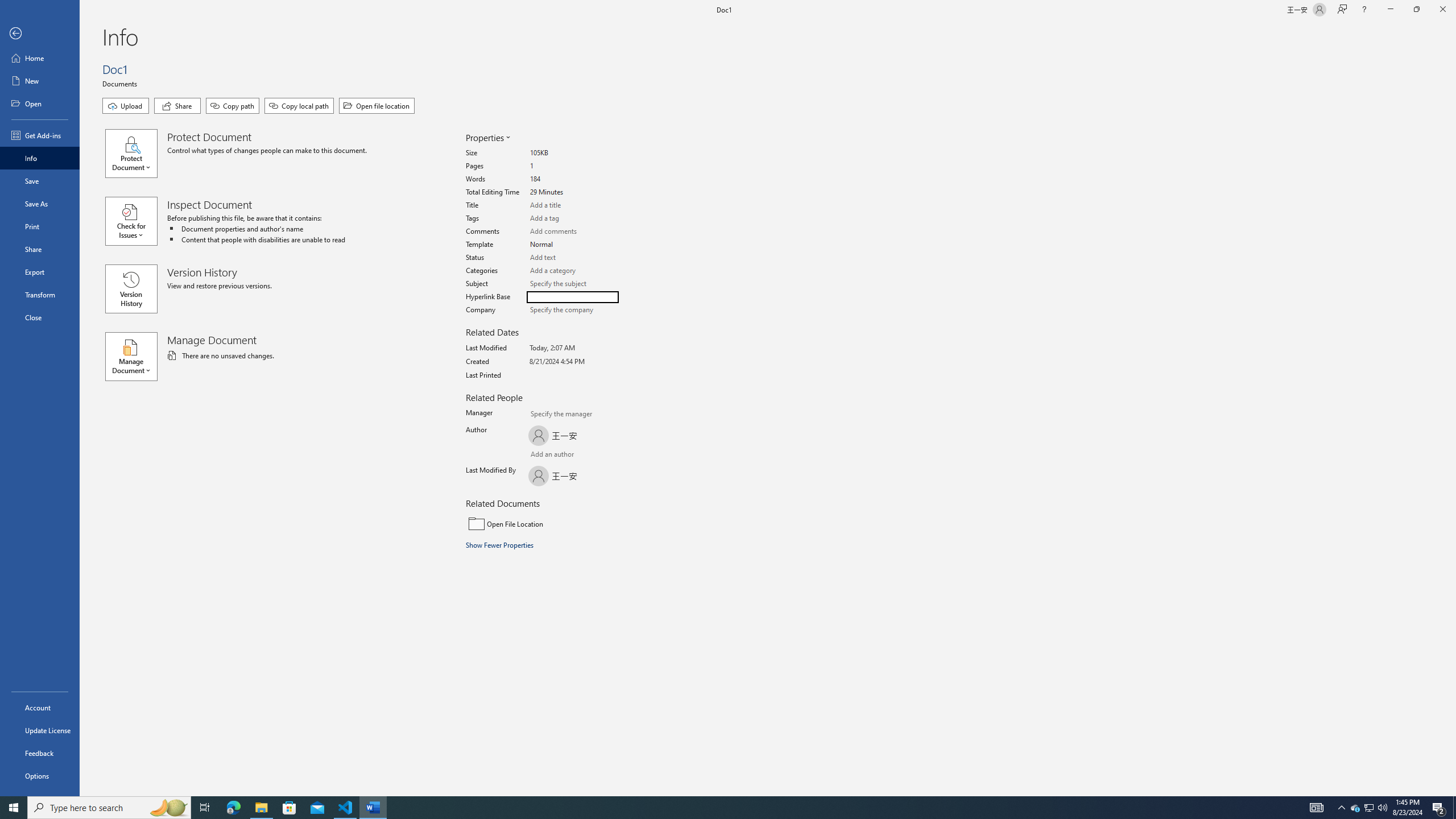 This screenshot has height=819, width=1456. I want to click on 'Save', so click(39, 180).